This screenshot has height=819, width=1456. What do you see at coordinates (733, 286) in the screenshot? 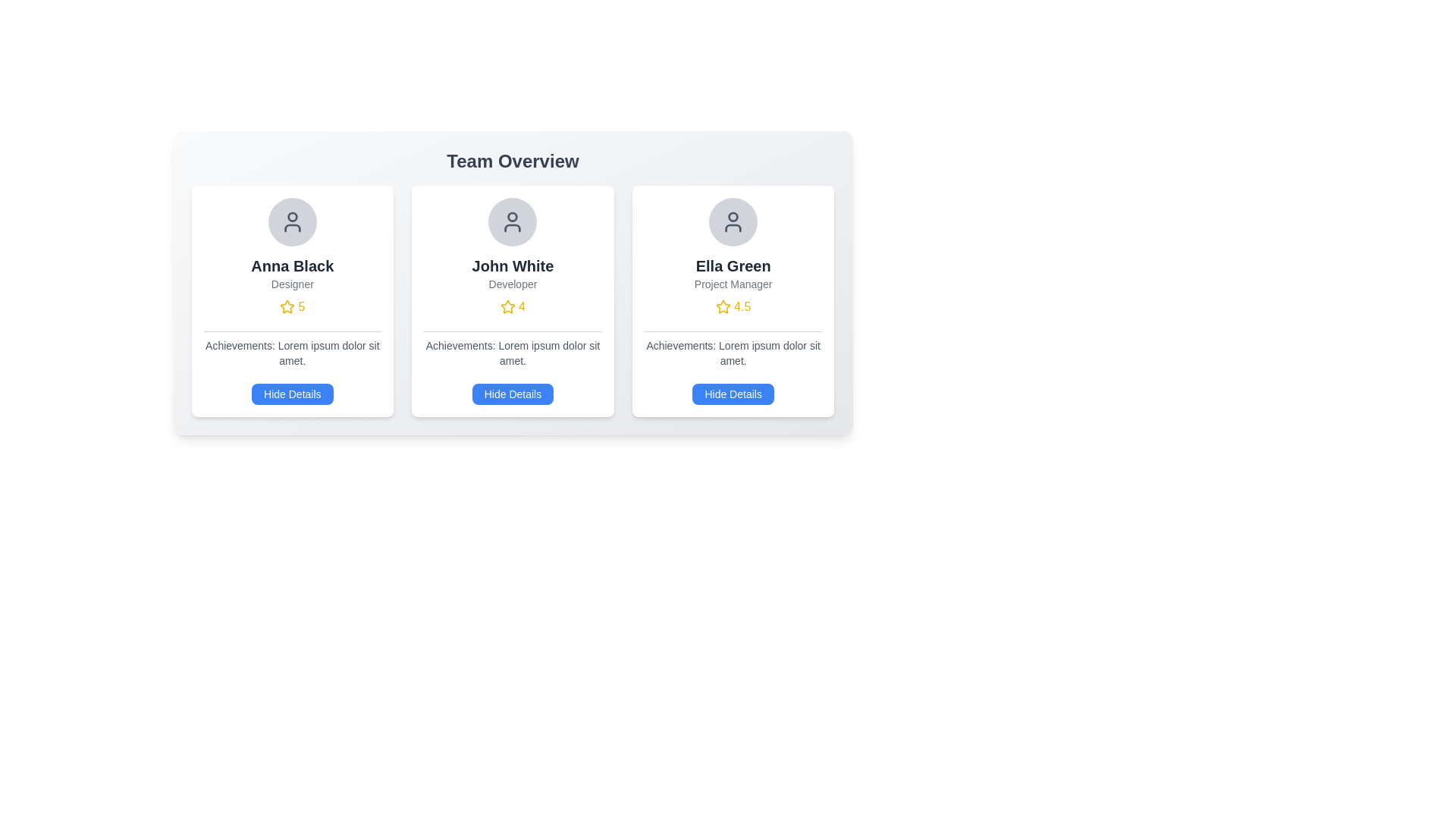
I see `information displayed in the text component enhanced with a star icon, which shows the user's name, professional role, and rating, located in the top central area of the user card interface` at bounding box center [733, 286].